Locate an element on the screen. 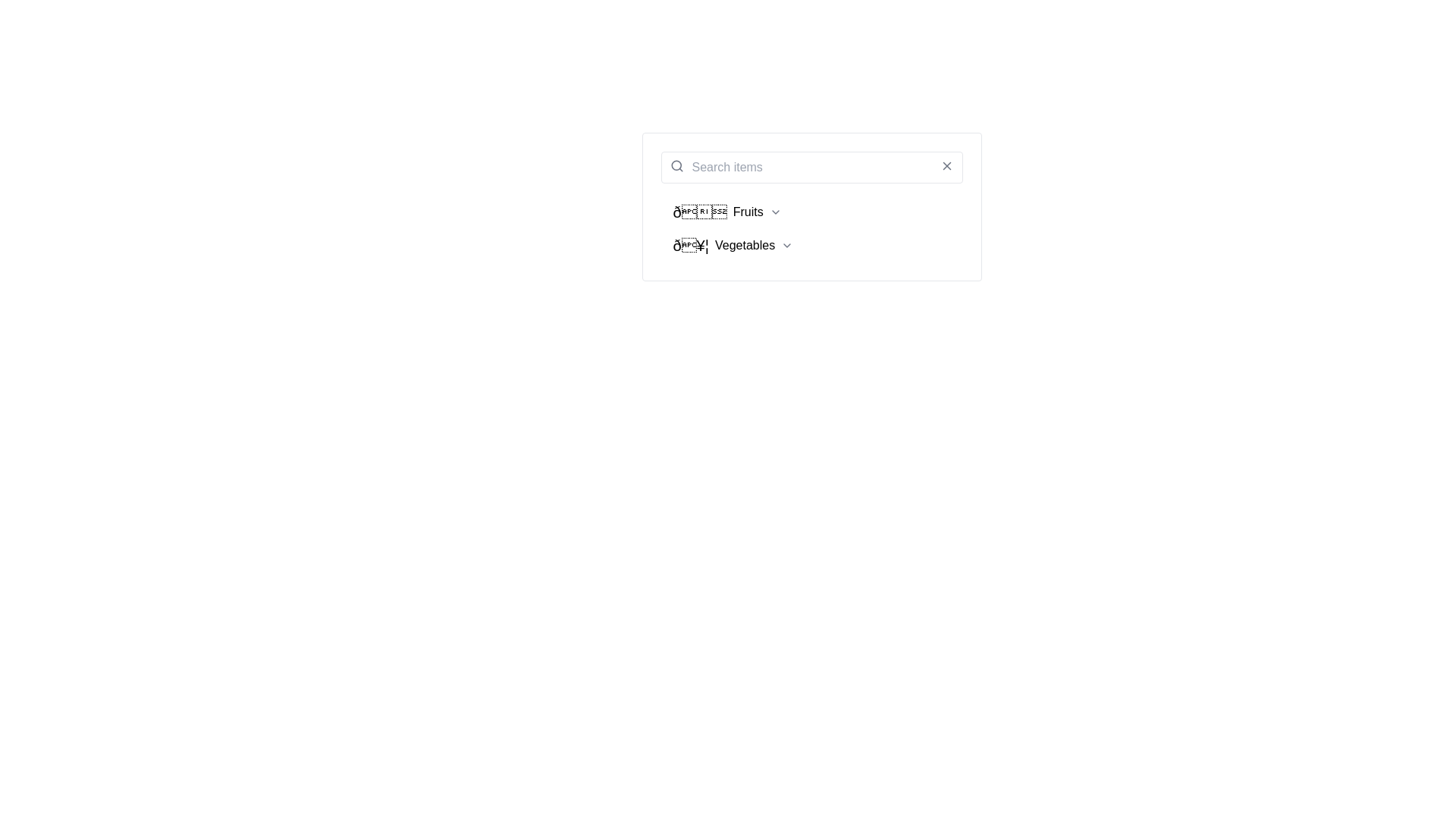 The image size is (1456, 819). the dropdown indicator located to the right of the 'Vegetables' list item is located at coordinates (787, 245).